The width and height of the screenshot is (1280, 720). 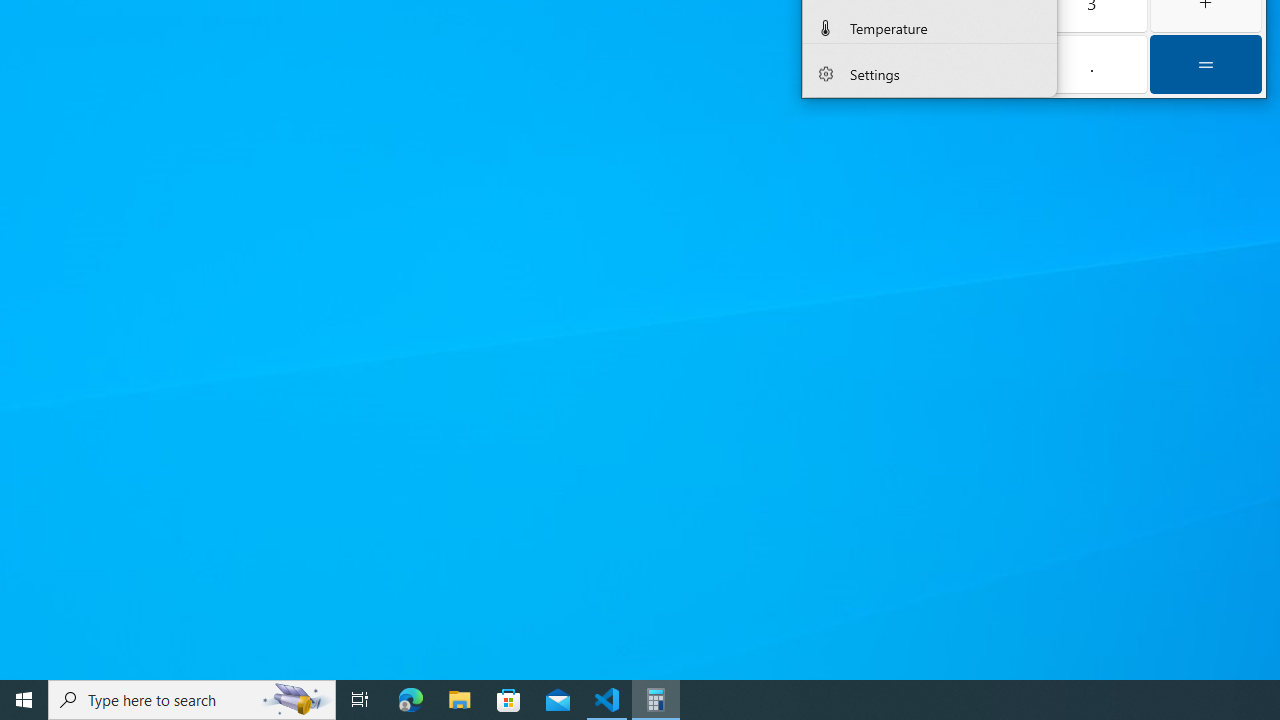 I want to click on 'Decimal separator', so click(x=1090, y=63).